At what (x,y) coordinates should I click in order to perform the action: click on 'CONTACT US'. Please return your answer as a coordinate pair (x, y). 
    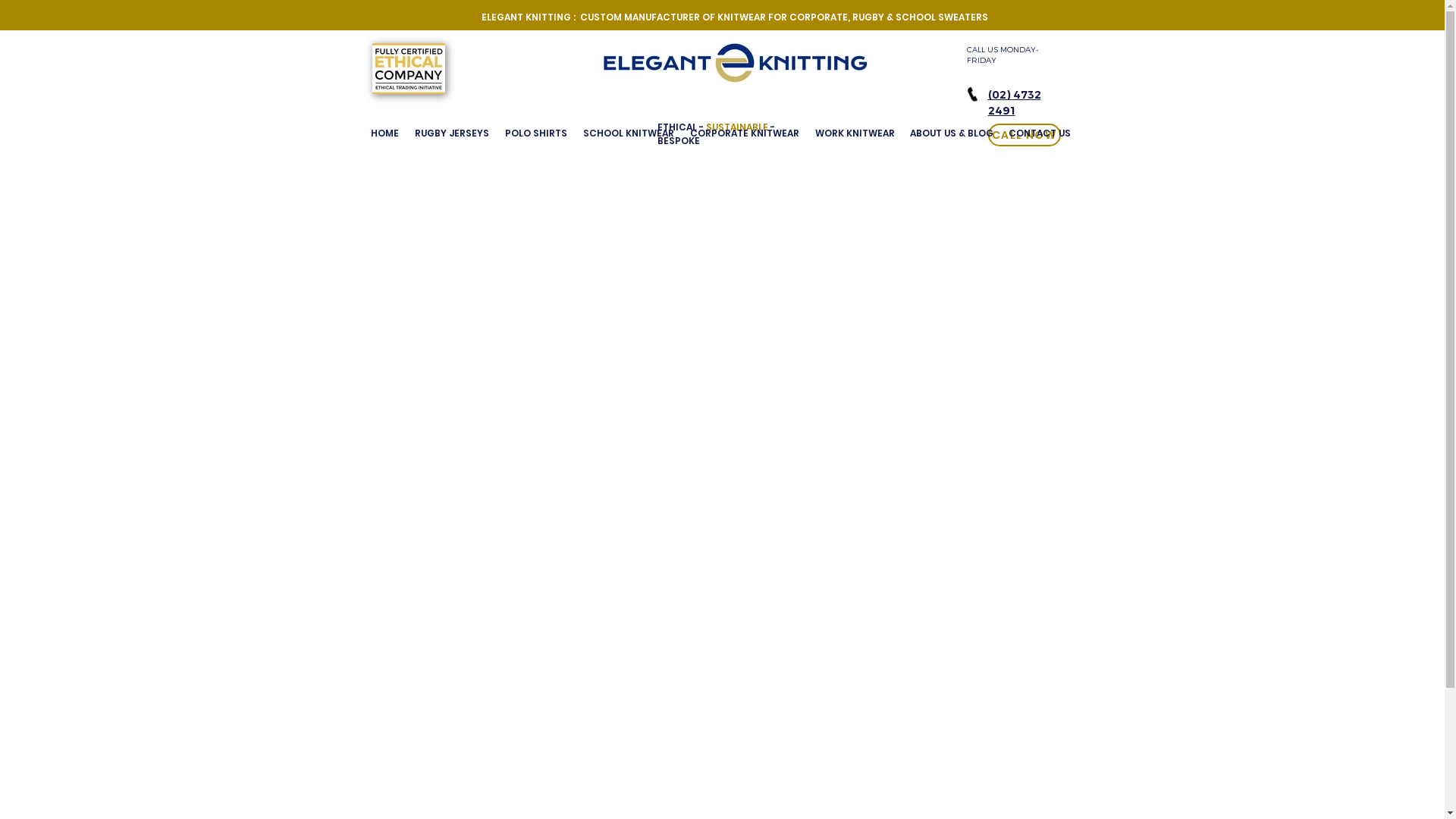
    Looking at the image, I should click on (1001, 133).